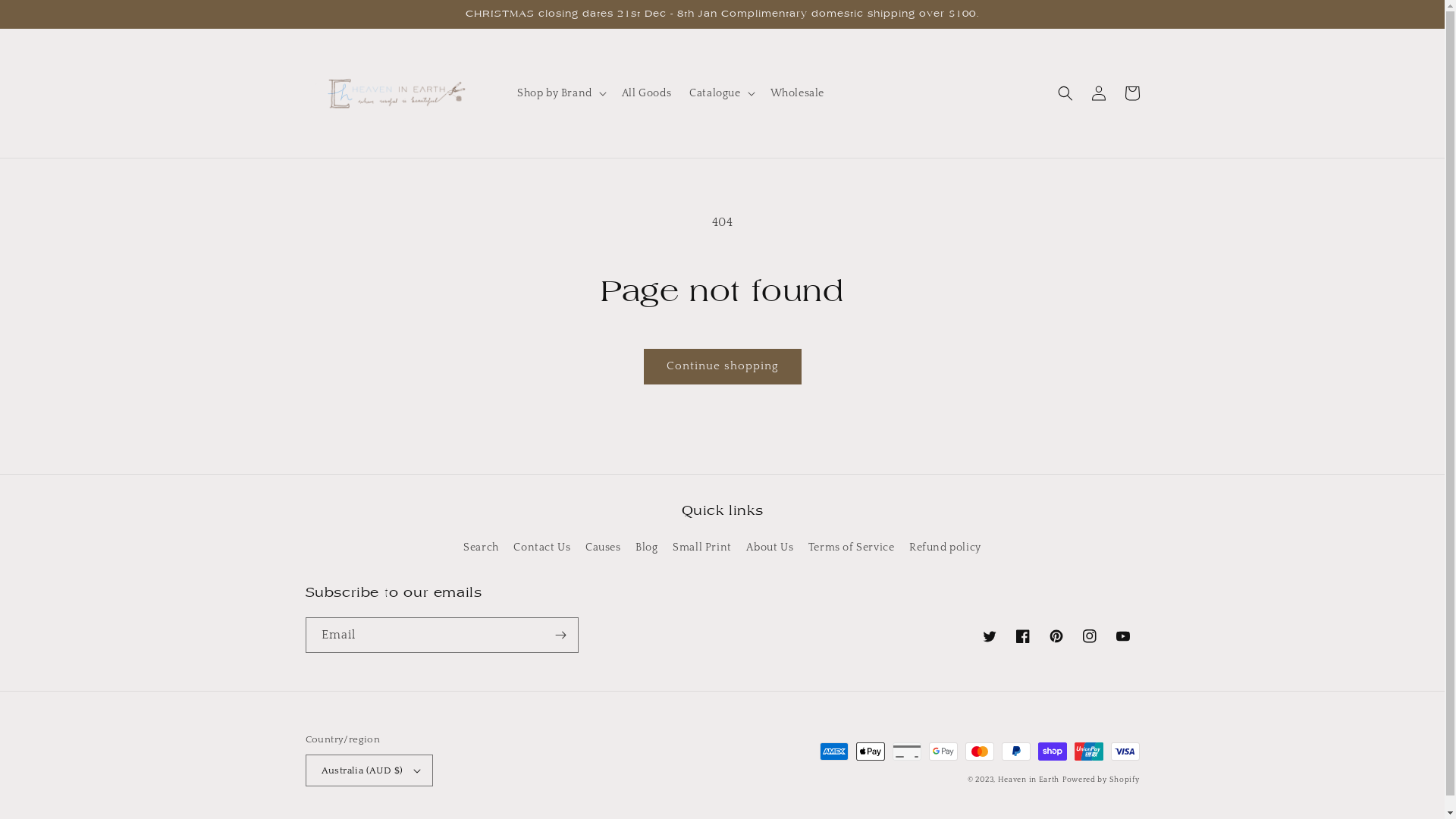  Describe the element at coordinates (1131, 93) in the screenshot. I see `'Cart'` at that location.